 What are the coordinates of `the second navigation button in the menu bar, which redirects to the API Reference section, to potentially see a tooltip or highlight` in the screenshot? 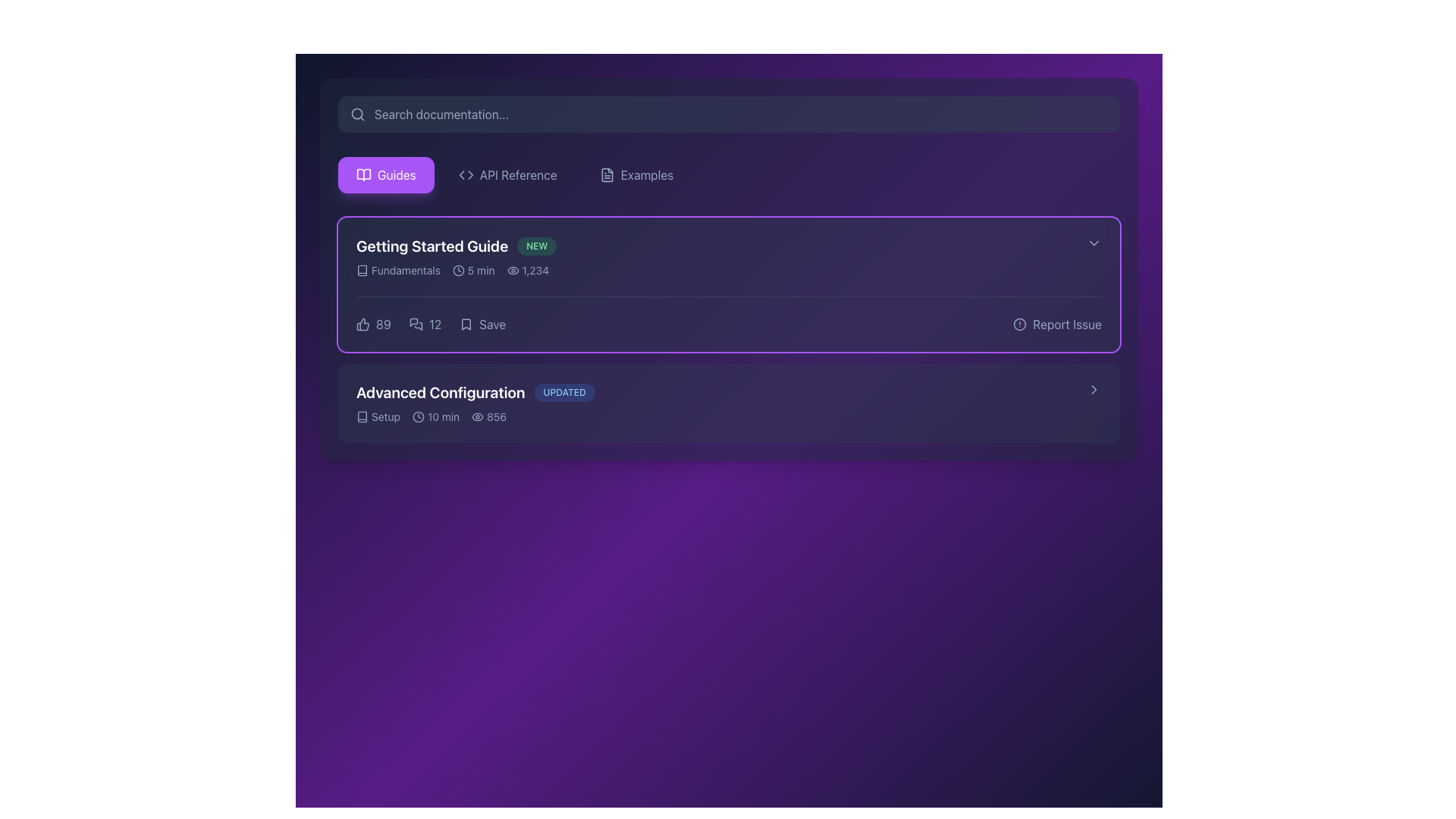 It's located at (518, 174).